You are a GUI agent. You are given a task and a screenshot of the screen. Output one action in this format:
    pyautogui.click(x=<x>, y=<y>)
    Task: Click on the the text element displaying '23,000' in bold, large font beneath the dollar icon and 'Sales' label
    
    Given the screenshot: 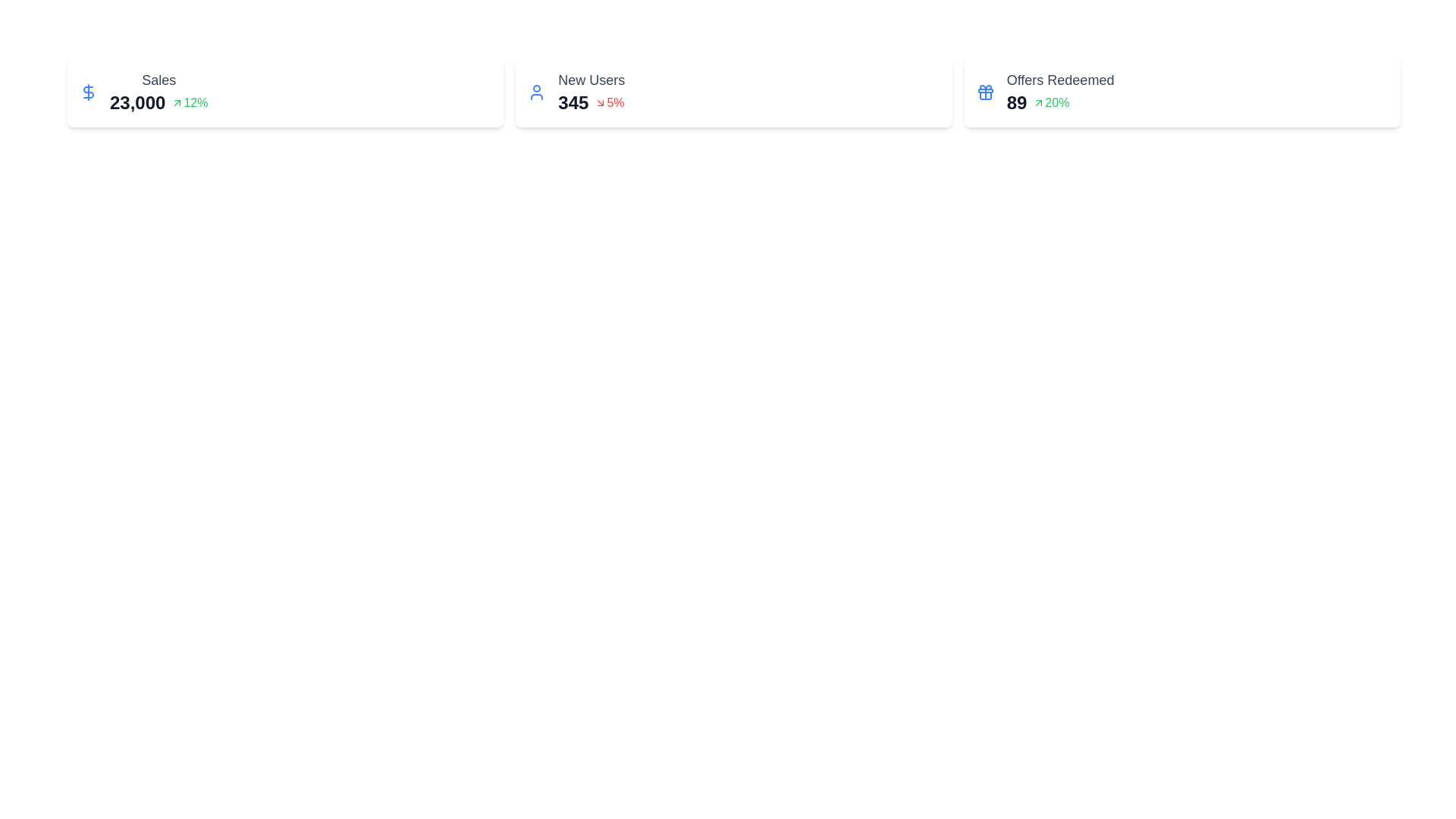 What is the action you would take?
    pyautogui.click(x=137, y=102)
    